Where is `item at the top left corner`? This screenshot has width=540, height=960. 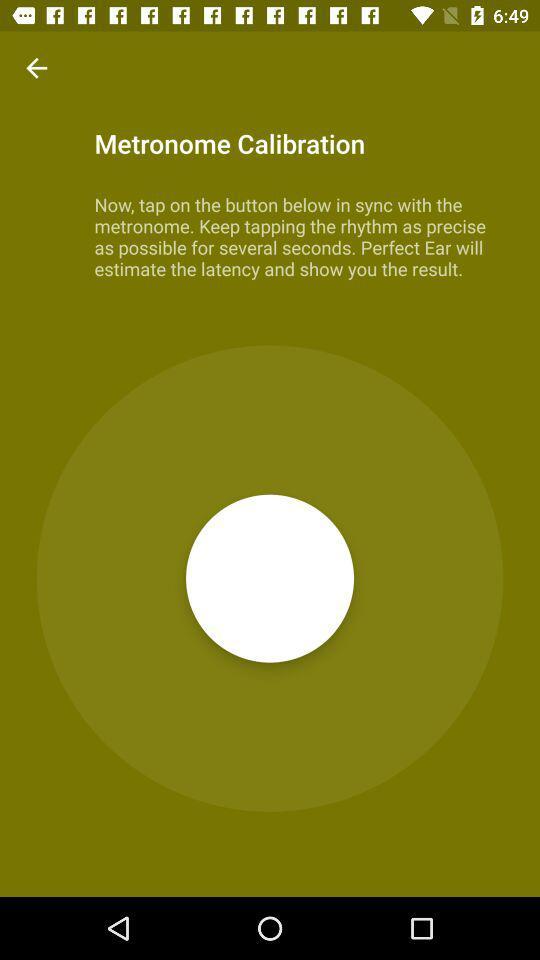 item at the top left corner is located at coordinates (36, 68).